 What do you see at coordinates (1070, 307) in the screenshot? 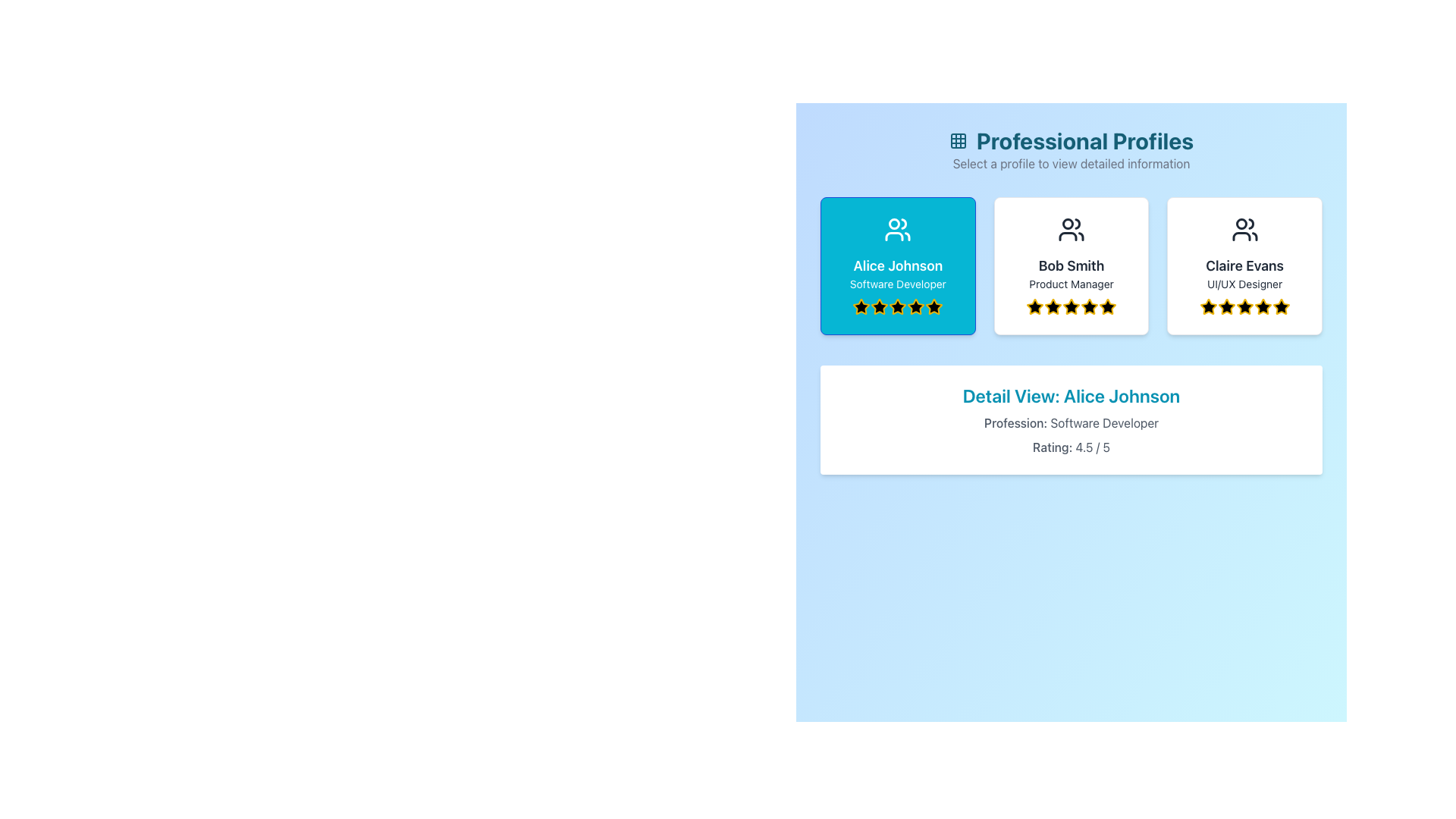
I see `the third yellow star icon in the Rating Indicator below the 'Bob Smith' and 'Product Manager' text in the profile card` at bounding box center [1070, 307].